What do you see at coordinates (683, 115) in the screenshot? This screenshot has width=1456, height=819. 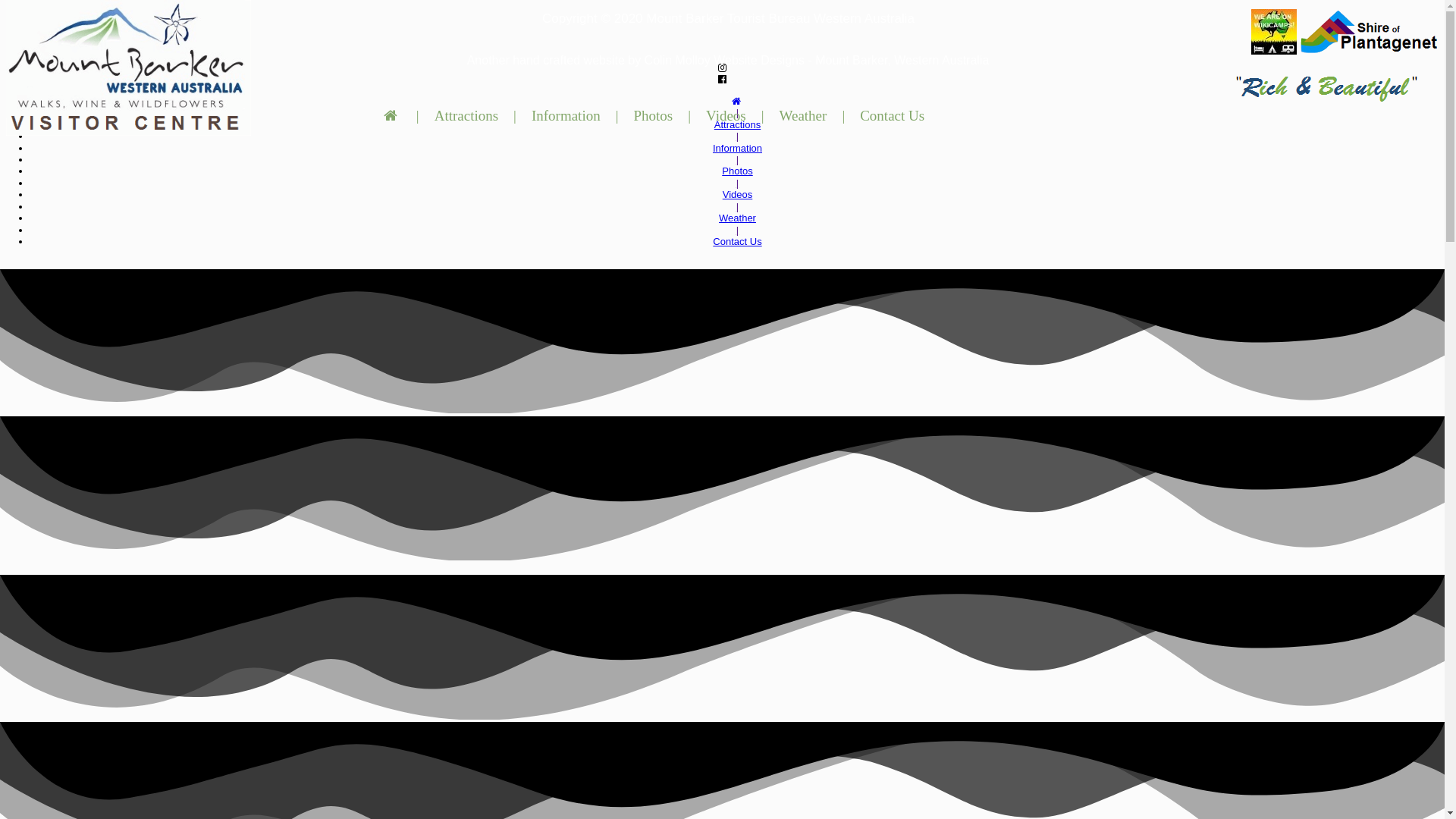 I see `'|'` at bounding box center [683, 115].